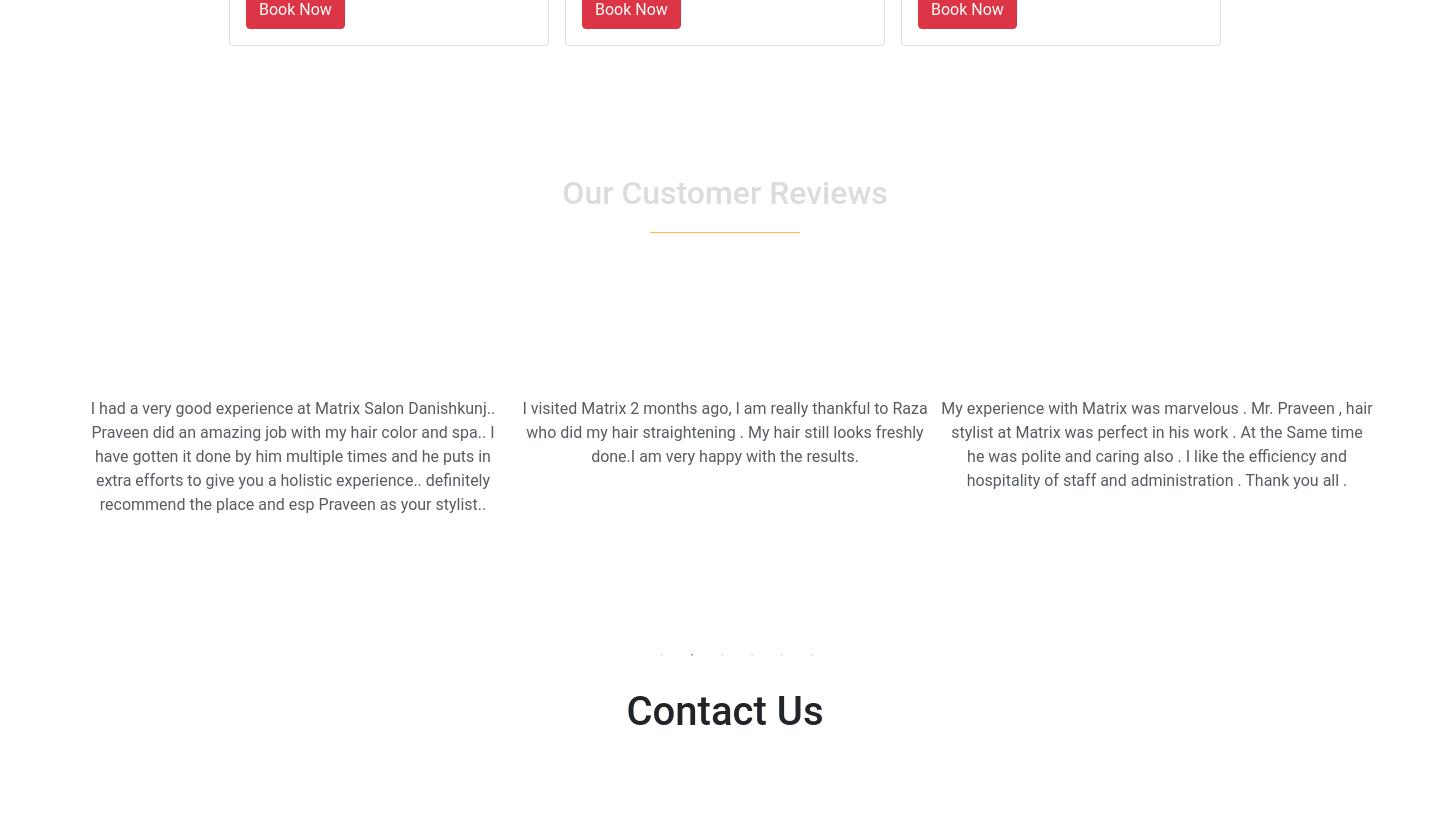  What do you see at coordinates (617, 814) in the screenshot?
I see `'Monday:'` at bounding box center [617, 814].